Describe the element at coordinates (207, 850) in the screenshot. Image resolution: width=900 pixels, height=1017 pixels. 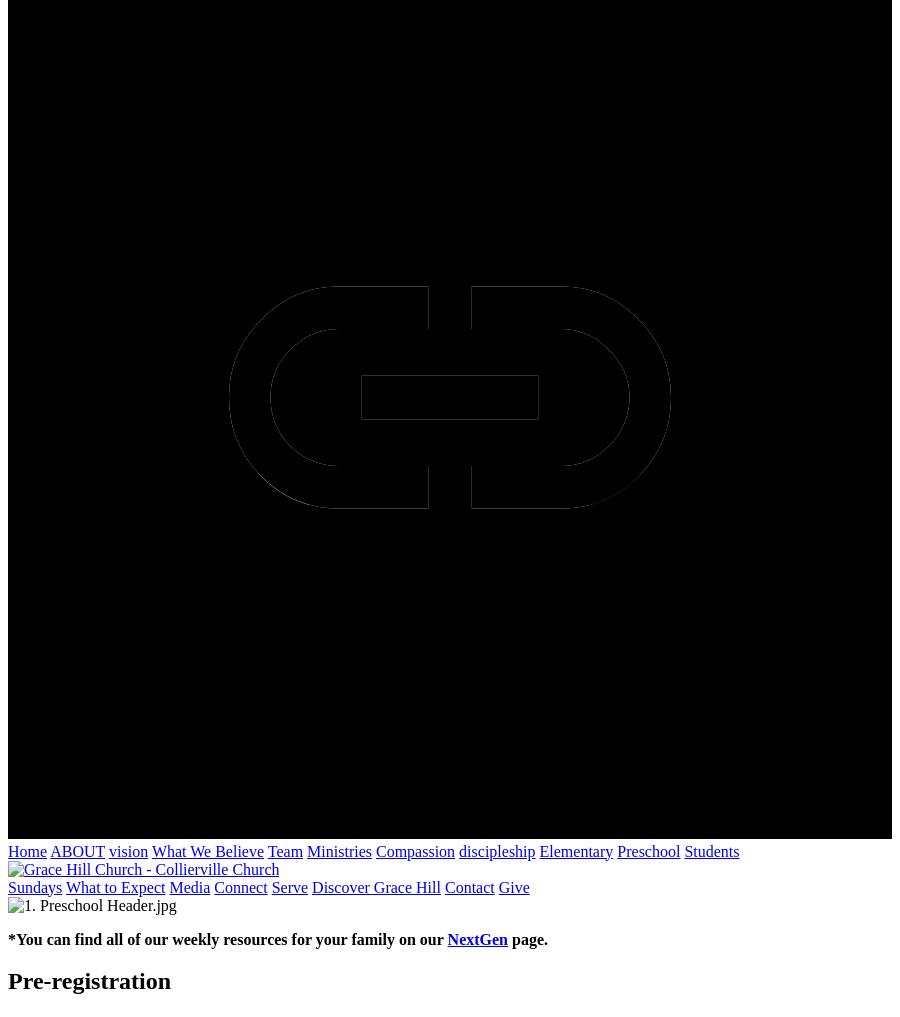
I see `'What We Believe'` at that location.